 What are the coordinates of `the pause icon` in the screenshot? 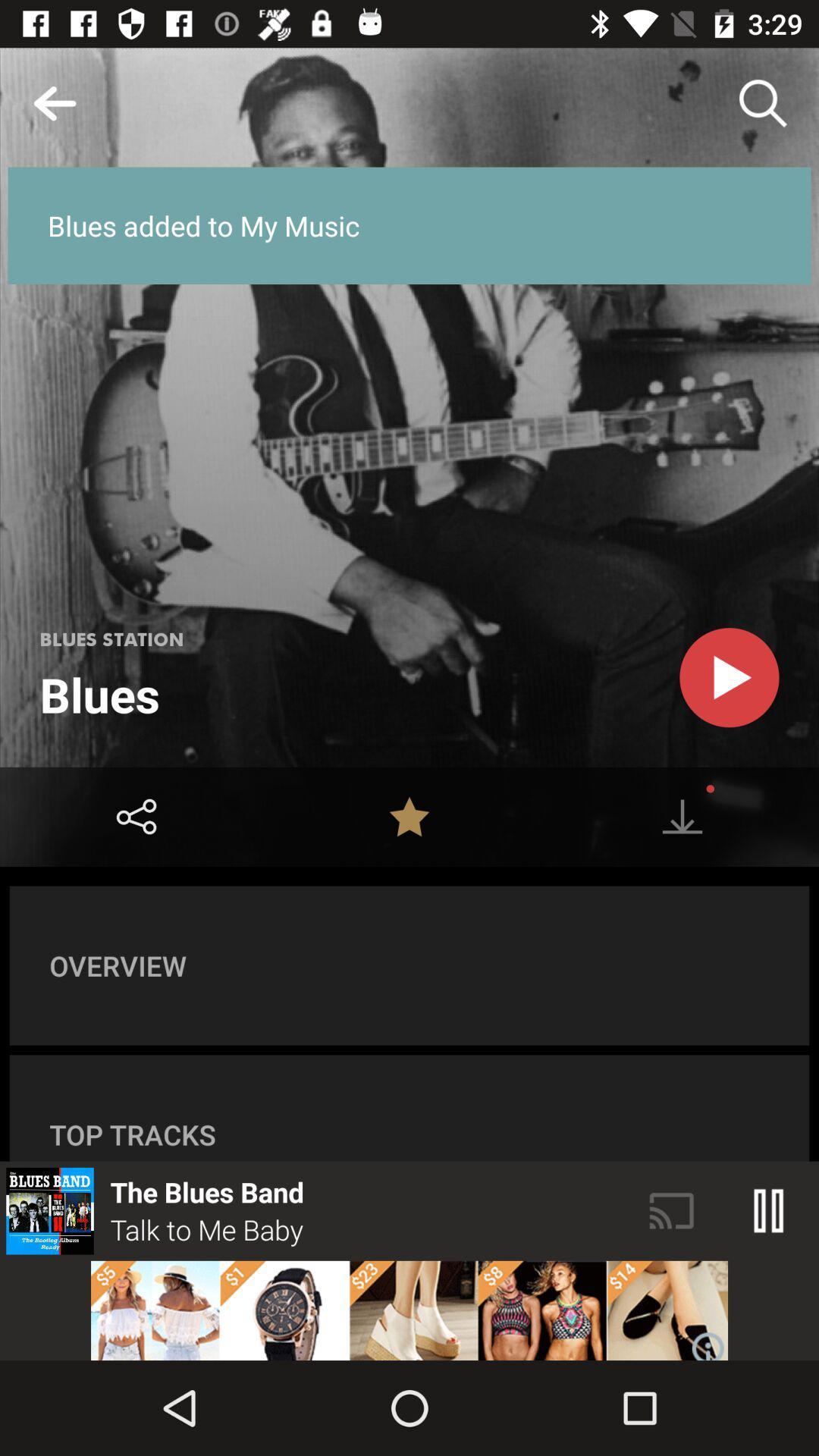 It's located at (769, 1210).